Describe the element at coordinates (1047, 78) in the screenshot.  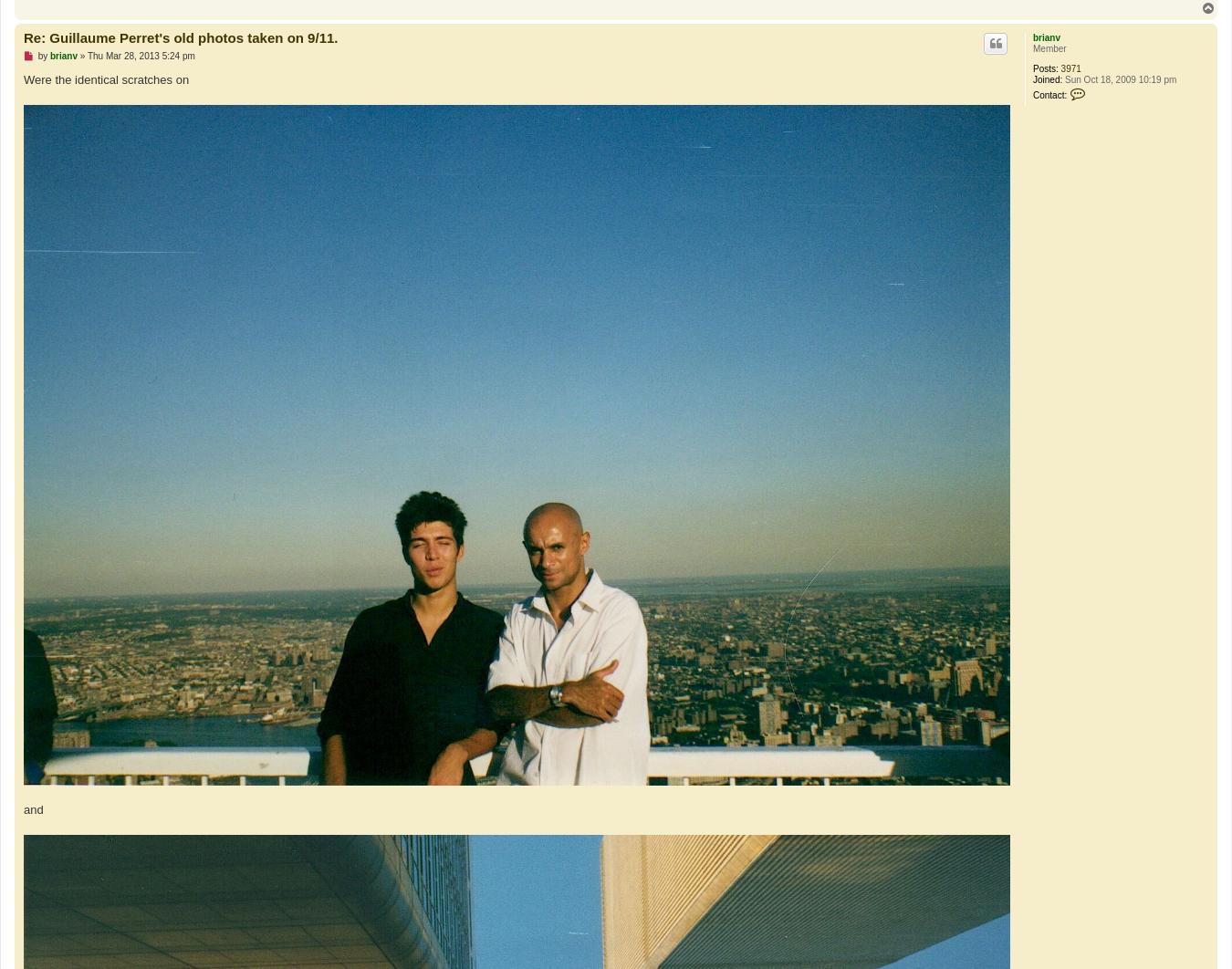
I see `'Joined:'` at that location.